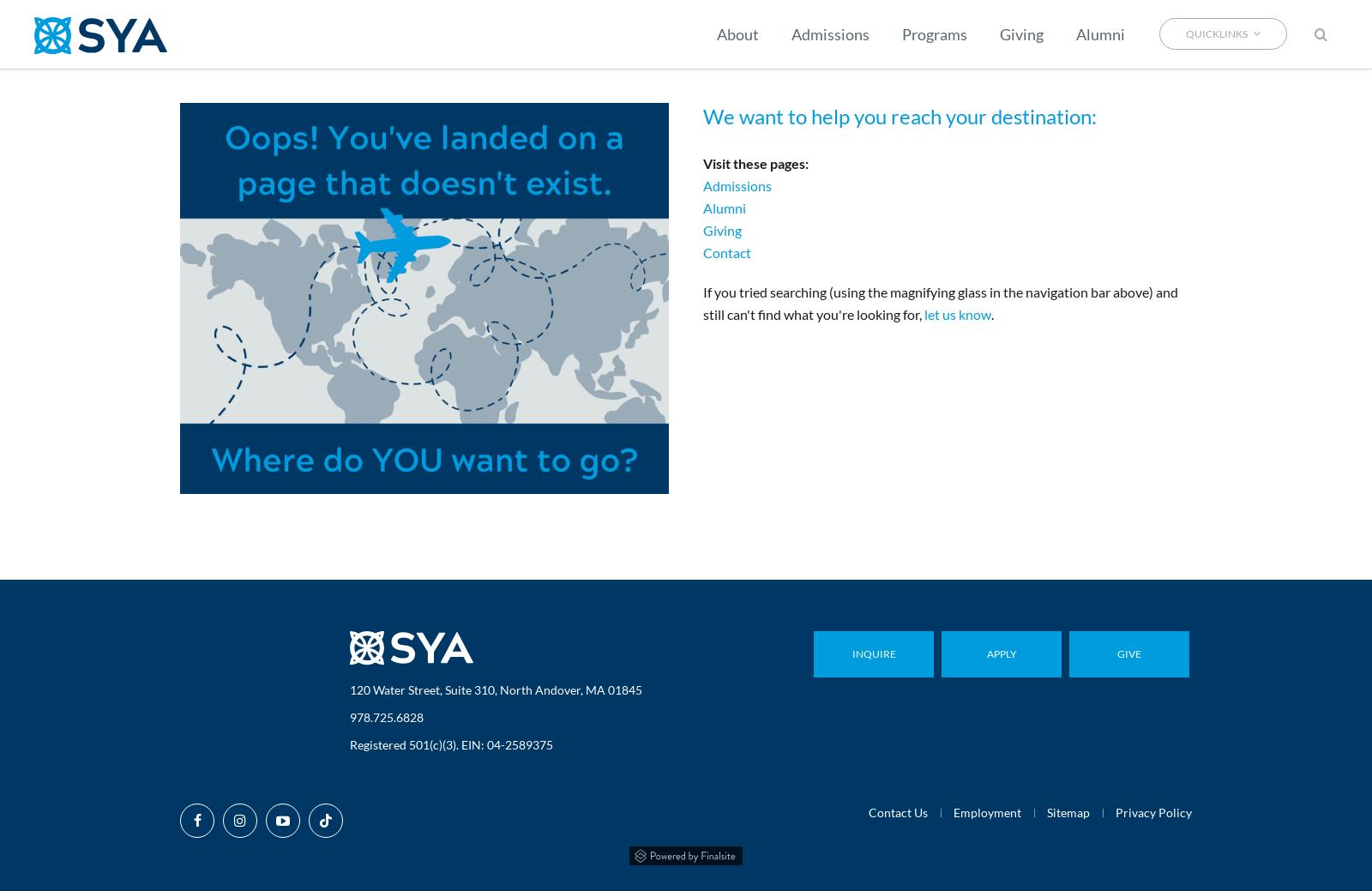 This screenshot has width=1372, height=891. Describe the element at coordinates (940, 302) in the screenshot. I see `'If you tried searching (using the magnifying glass in the navigation bar above) and still can't find what you're looking for,'` at that location.